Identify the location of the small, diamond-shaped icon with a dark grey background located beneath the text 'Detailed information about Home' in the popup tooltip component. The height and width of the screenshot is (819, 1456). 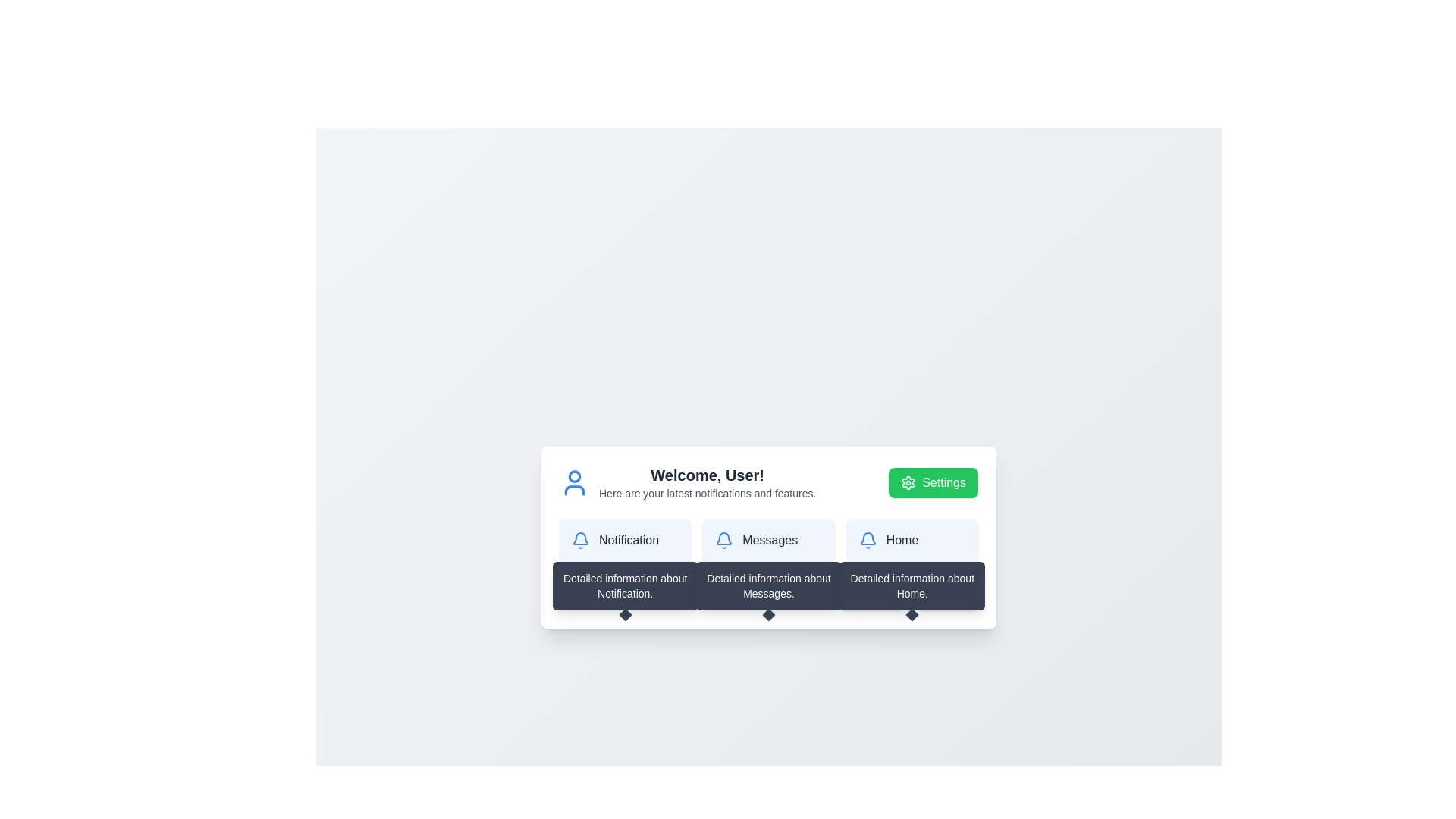
(912, 614).